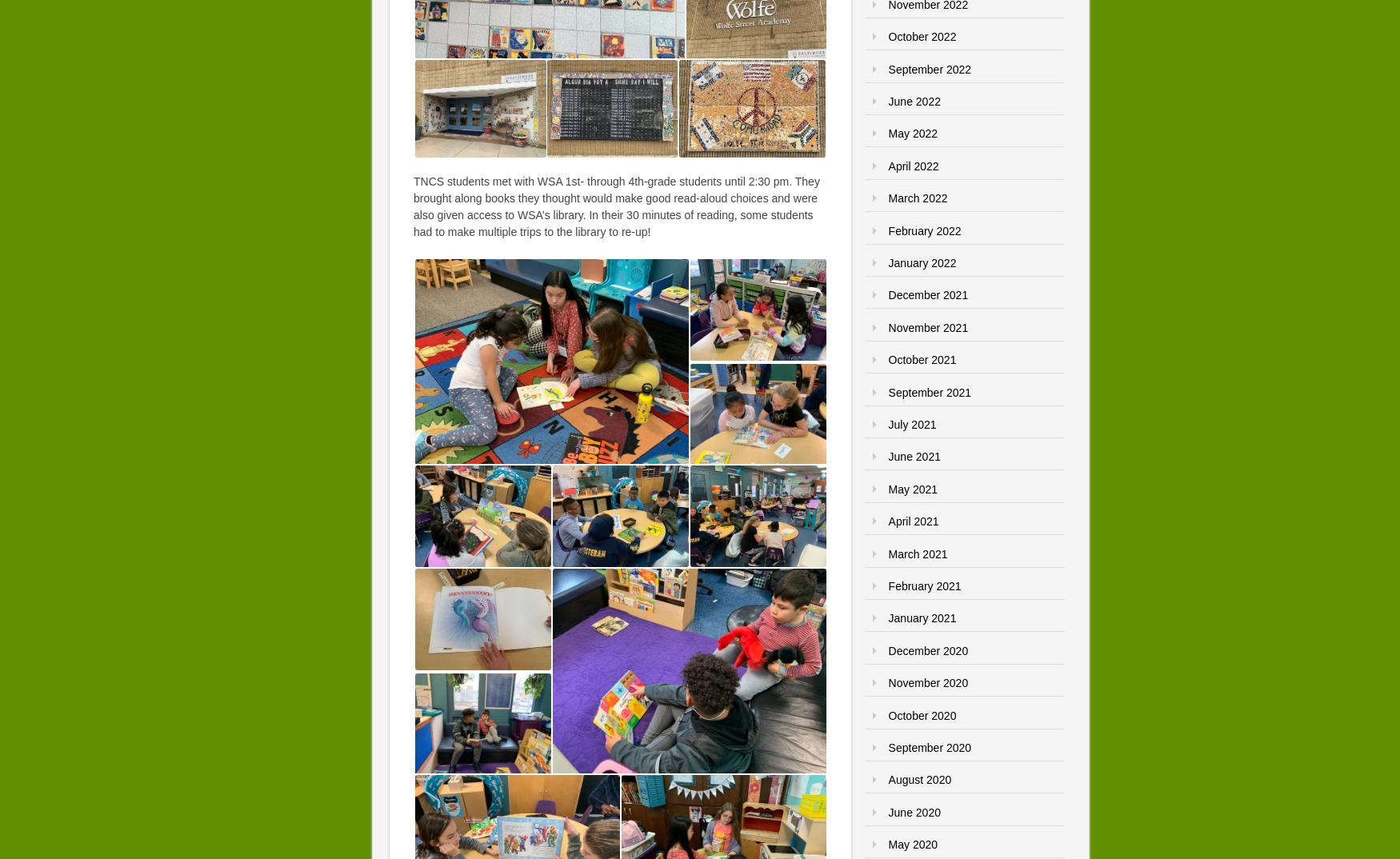 The width and height of the screenshot is (1400, 859). I want to click on 'September 2021', so click(929, 391).